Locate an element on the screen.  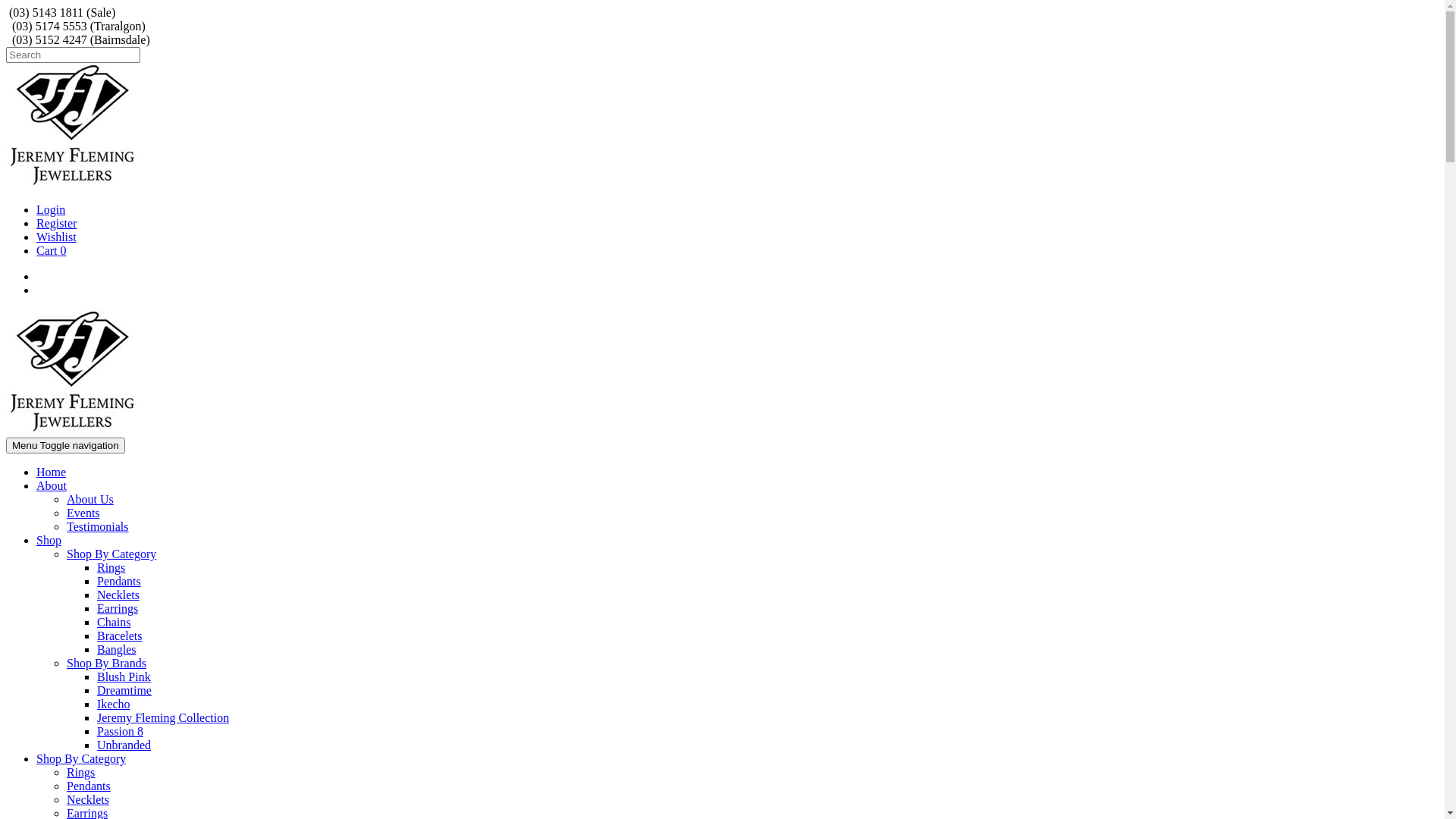
'About' is located at coordinates (36, 485).